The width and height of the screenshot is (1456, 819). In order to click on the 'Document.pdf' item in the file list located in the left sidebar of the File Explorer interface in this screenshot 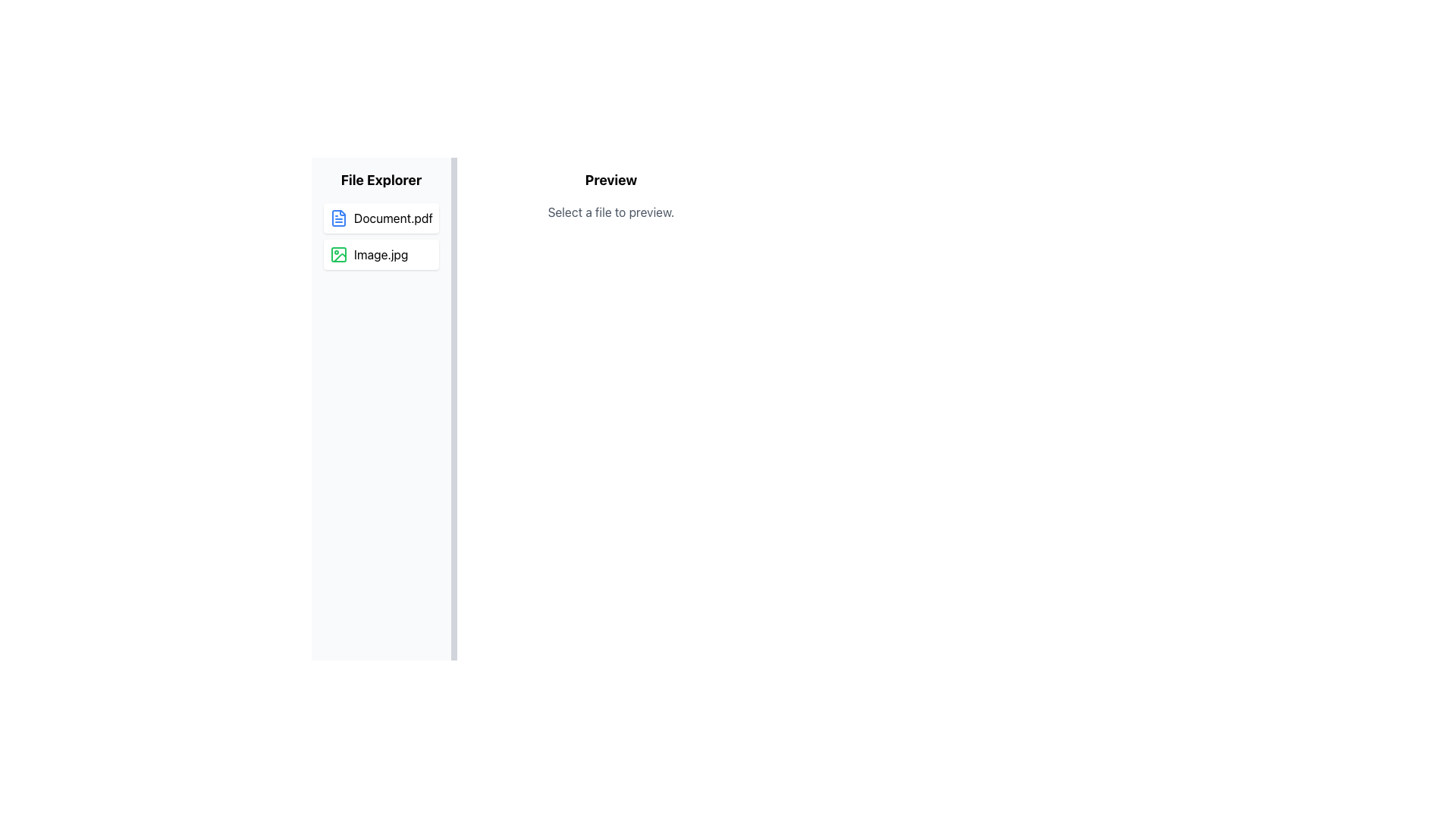, I will do `click(381, 237)`.